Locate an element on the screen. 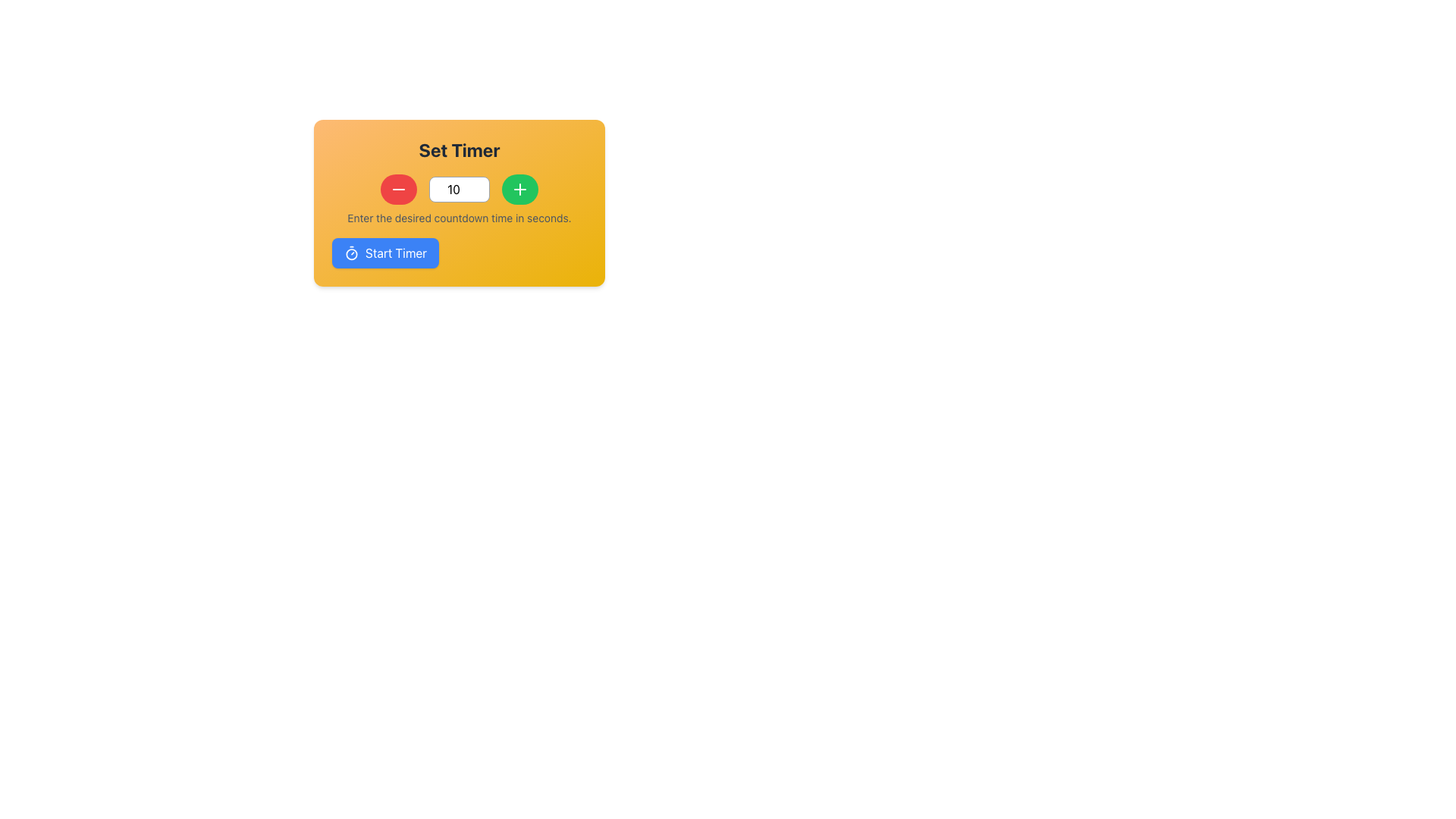 The width and height of the screenshot is (1456, 819). the increment button located in the top-right section of the interface, within the orange-yellow card is located at coordinates (520, 189).